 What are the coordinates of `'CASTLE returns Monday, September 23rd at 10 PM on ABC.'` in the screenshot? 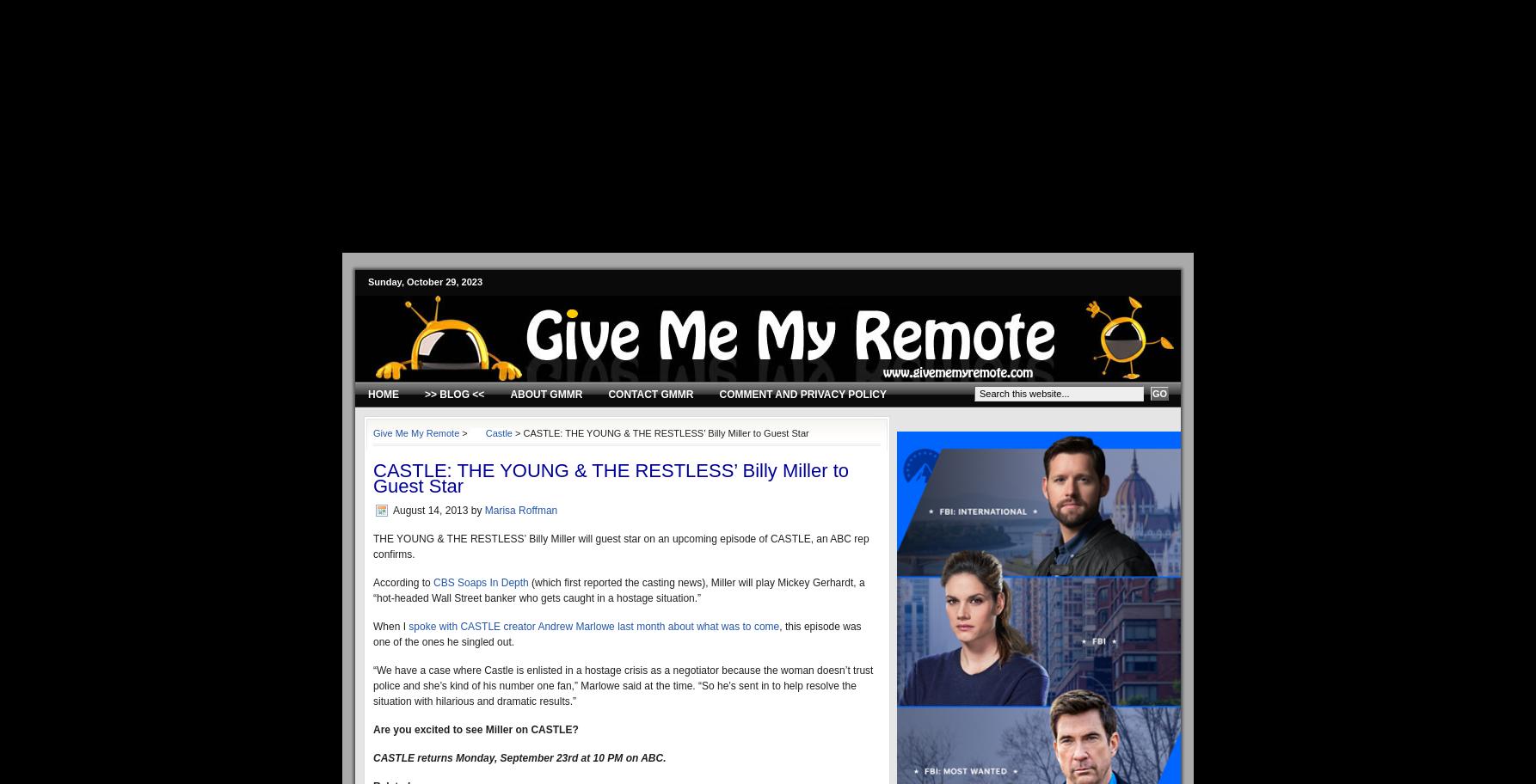 It's located at (372, 756).